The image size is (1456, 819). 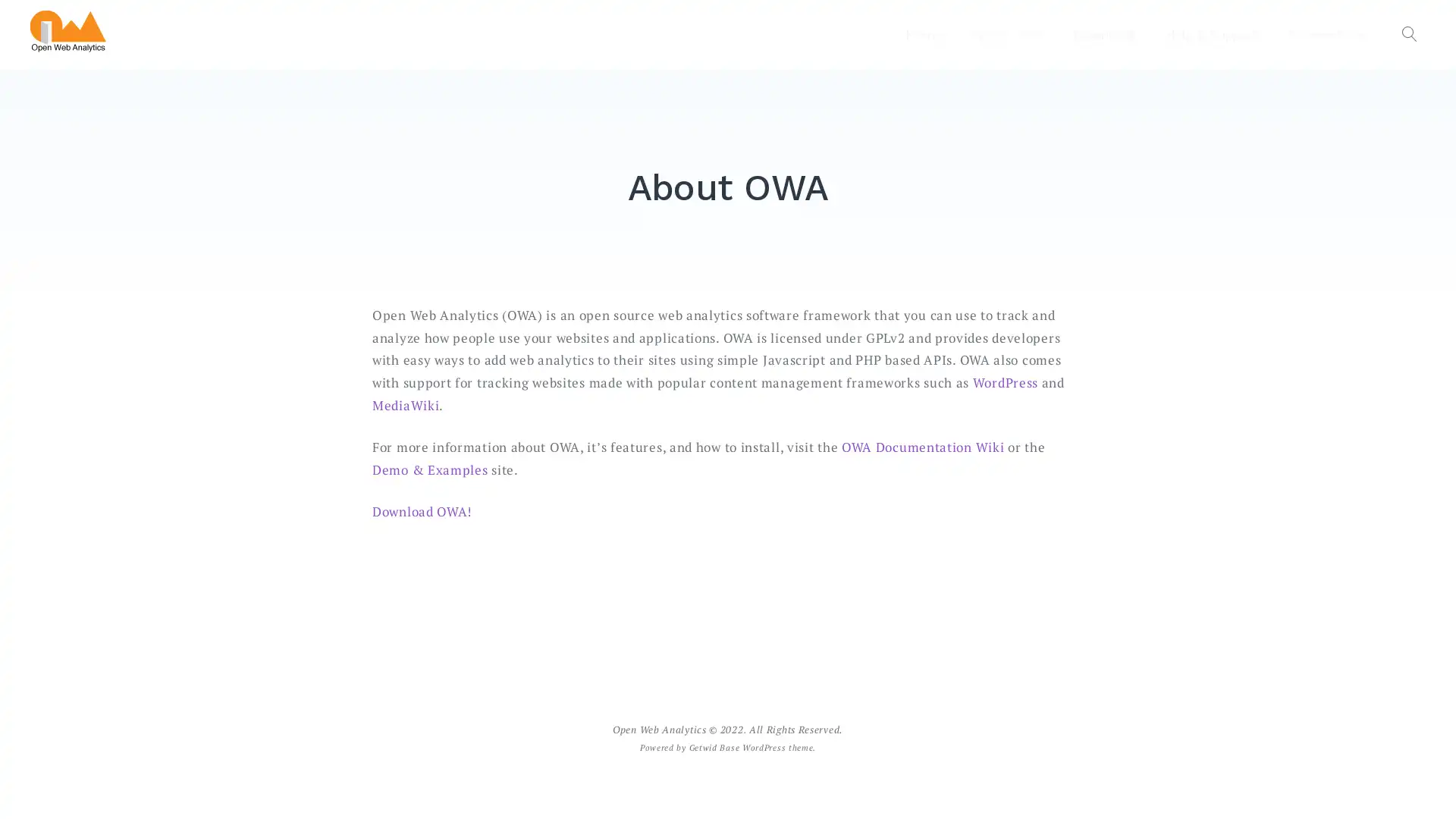 What do you see at coordinates (1409, 34) in the screenshot?
I see `OPEN SEARCH` at bounding box center [1409, 34].